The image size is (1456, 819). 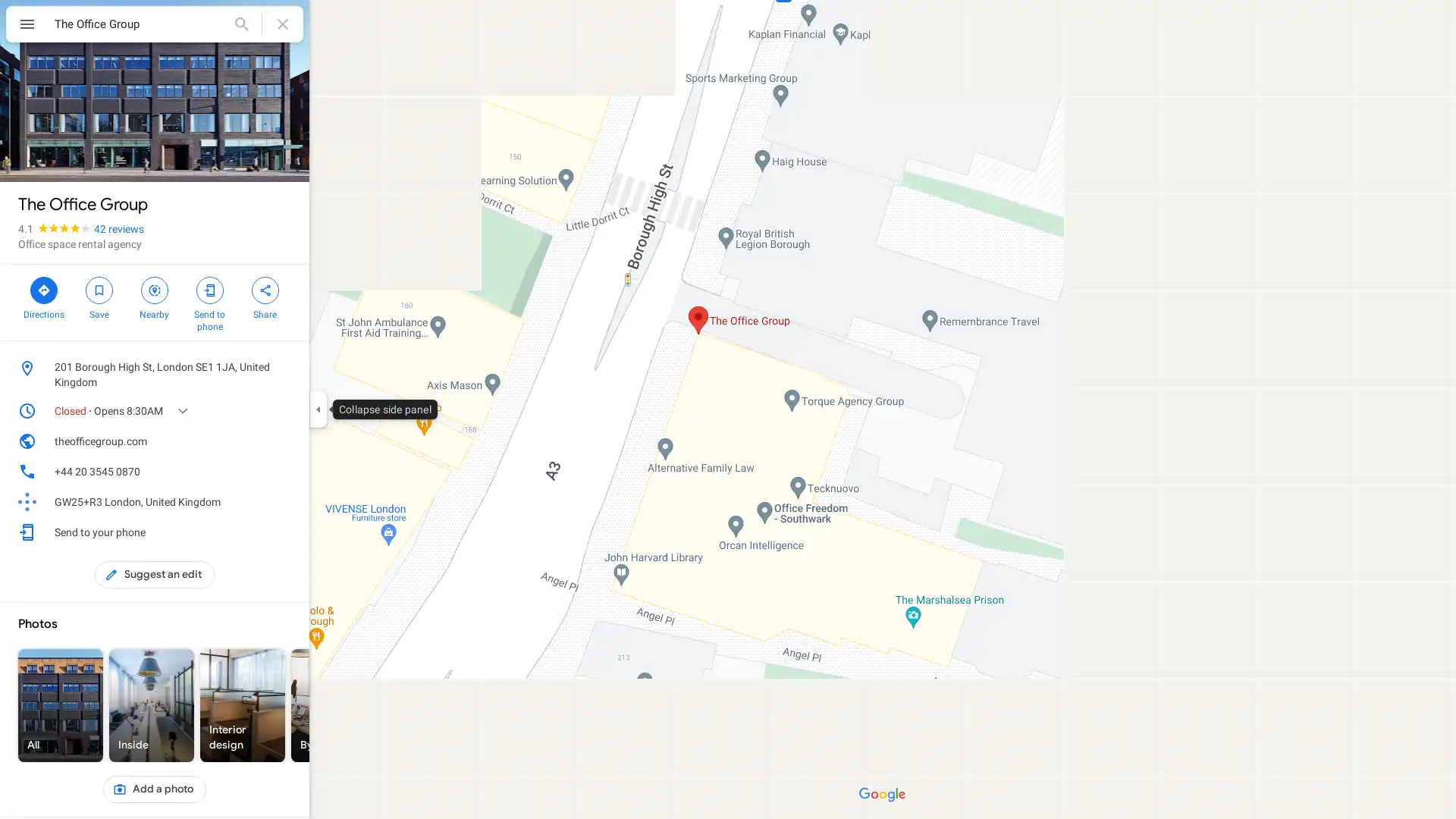 I want to click on 42 reviews, so click(x=118, y=228).